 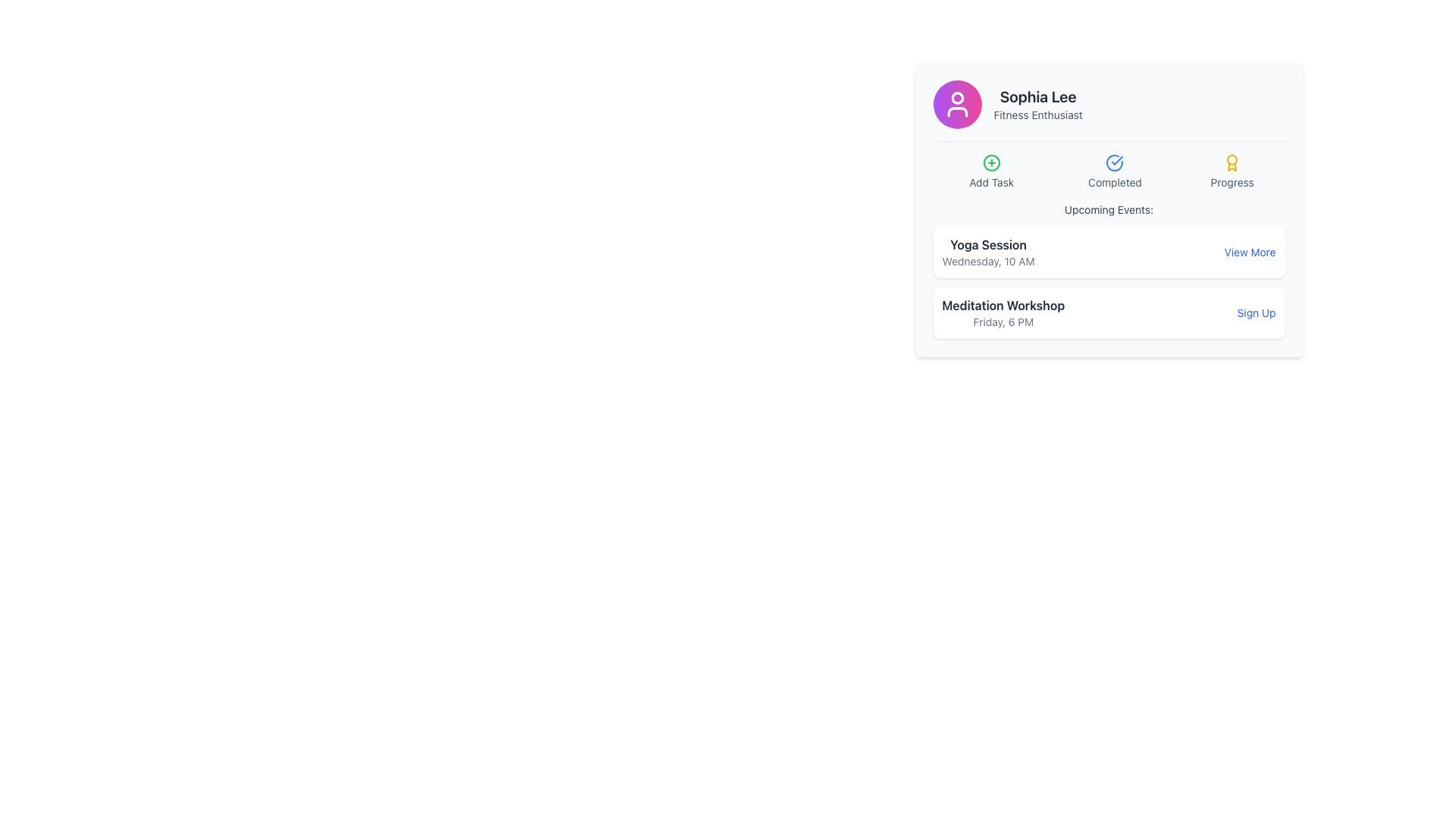 What do you see at coordinates (988, 251) in the screenshot?
I see `text display element showing 'Yoga Session' and 'Wednesday, 10 AM' located within a white card in the upper section of the 'Upcoming Events' area, positioned on the left side next to the 'View More' button` at bounding box center [988, 251].